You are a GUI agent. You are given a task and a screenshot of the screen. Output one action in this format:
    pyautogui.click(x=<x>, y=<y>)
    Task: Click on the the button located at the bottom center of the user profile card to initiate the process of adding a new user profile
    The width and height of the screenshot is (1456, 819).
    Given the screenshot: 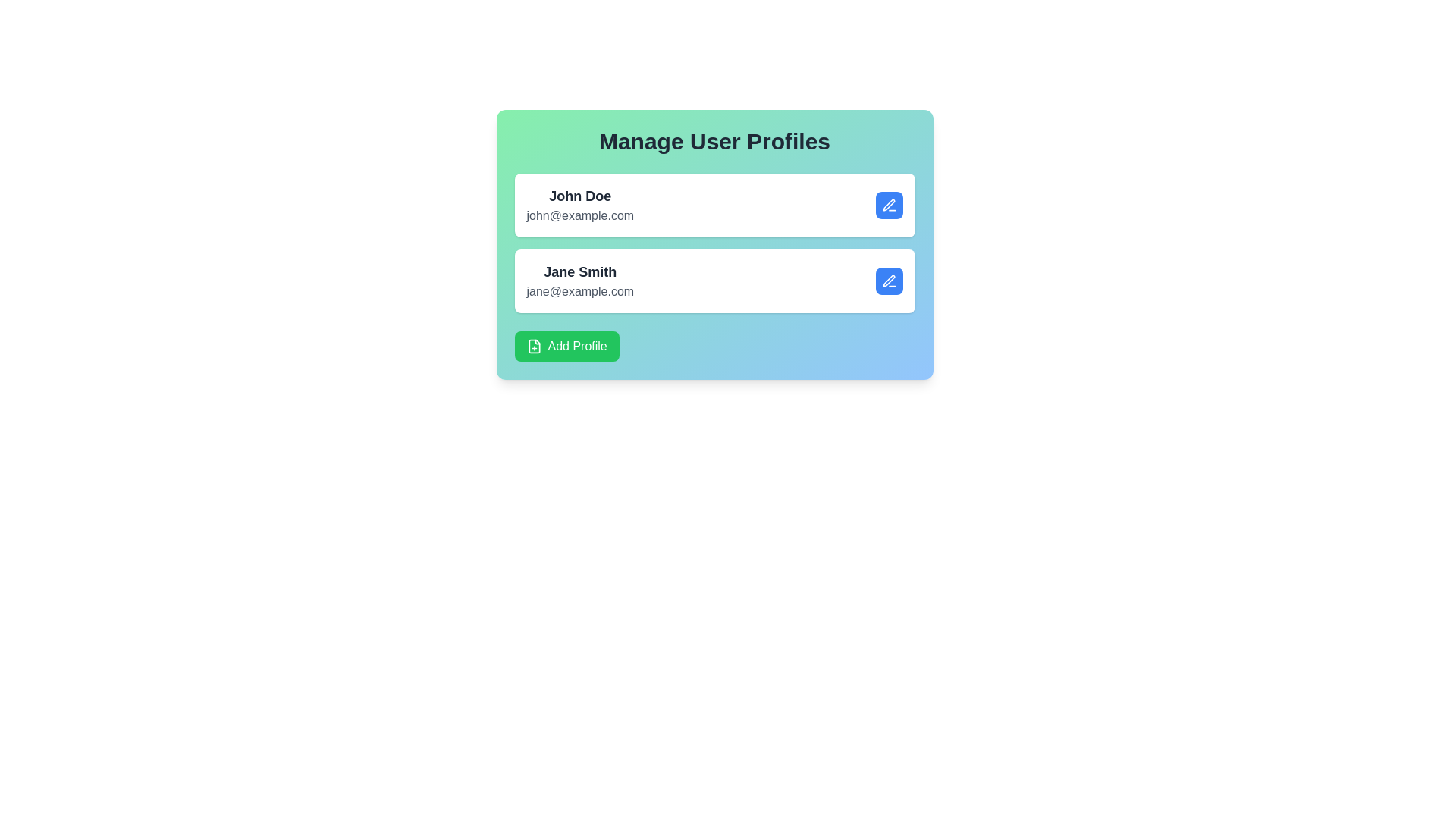 What is the action you would take?
    pyautogui.click(x=566, y=346)
    